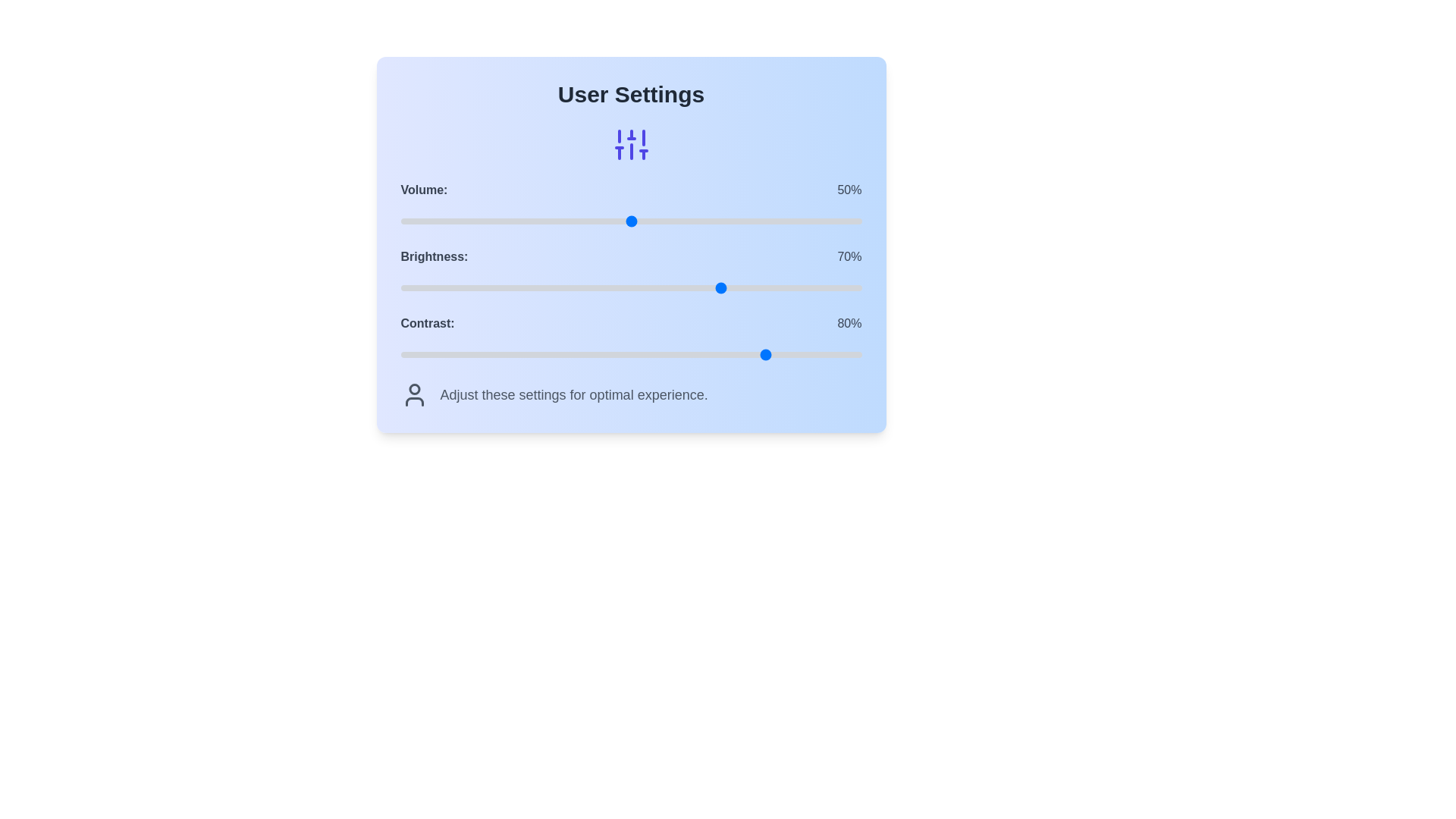 The width and height of the screenshot is (1456, 819). I want to click on current brightness level displayed on the brightness slider control, which shows 'Brightness: 70%' next to the slider, so click(631, 271).